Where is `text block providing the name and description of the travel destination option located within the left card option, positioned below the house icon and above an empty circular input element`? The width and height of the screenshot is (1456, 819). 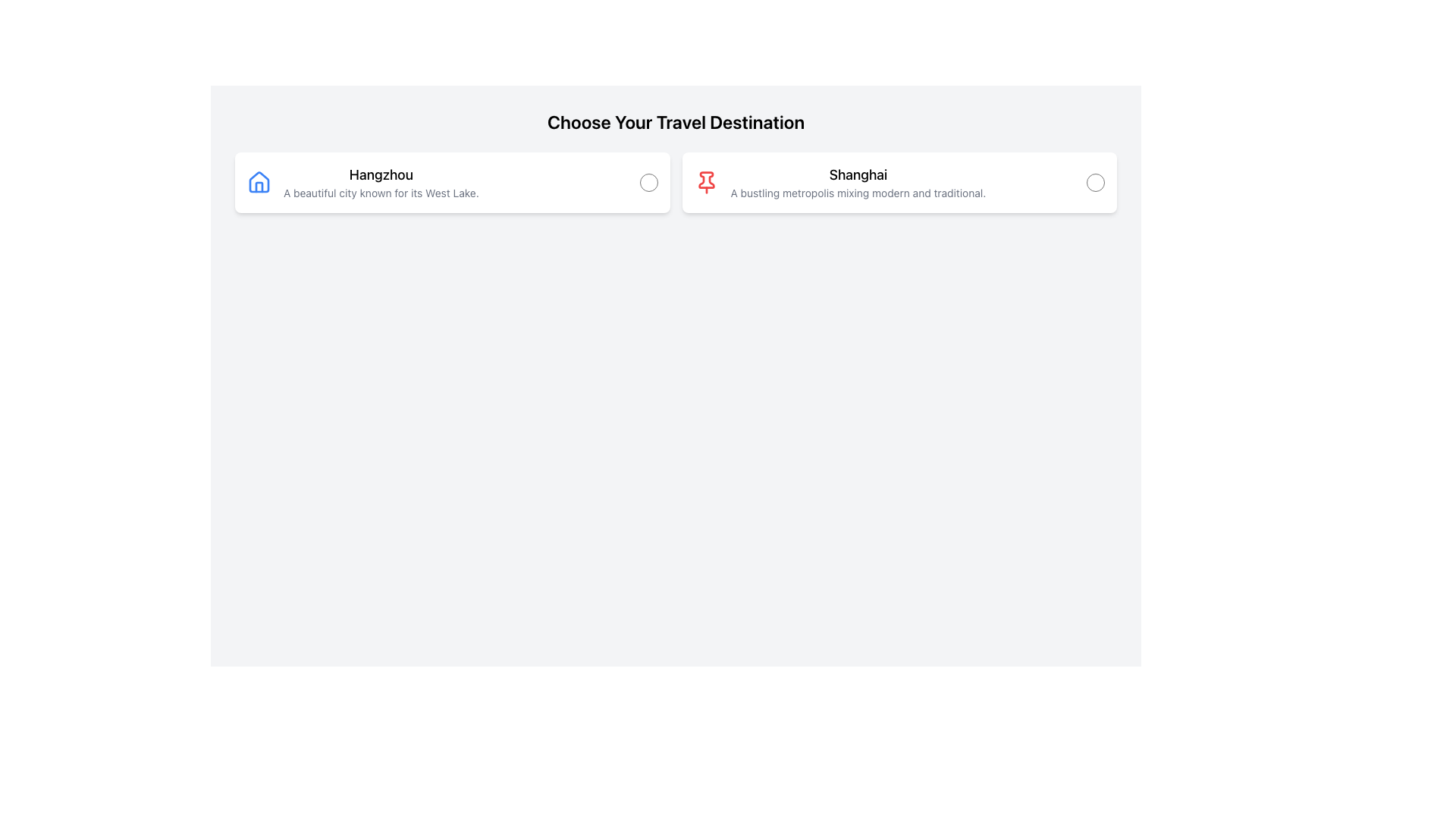 text block providing the name and description of the travel destination option located within the left card option, positioned below the house icon and above an empty circular input element is located at coordinates (381, 181).